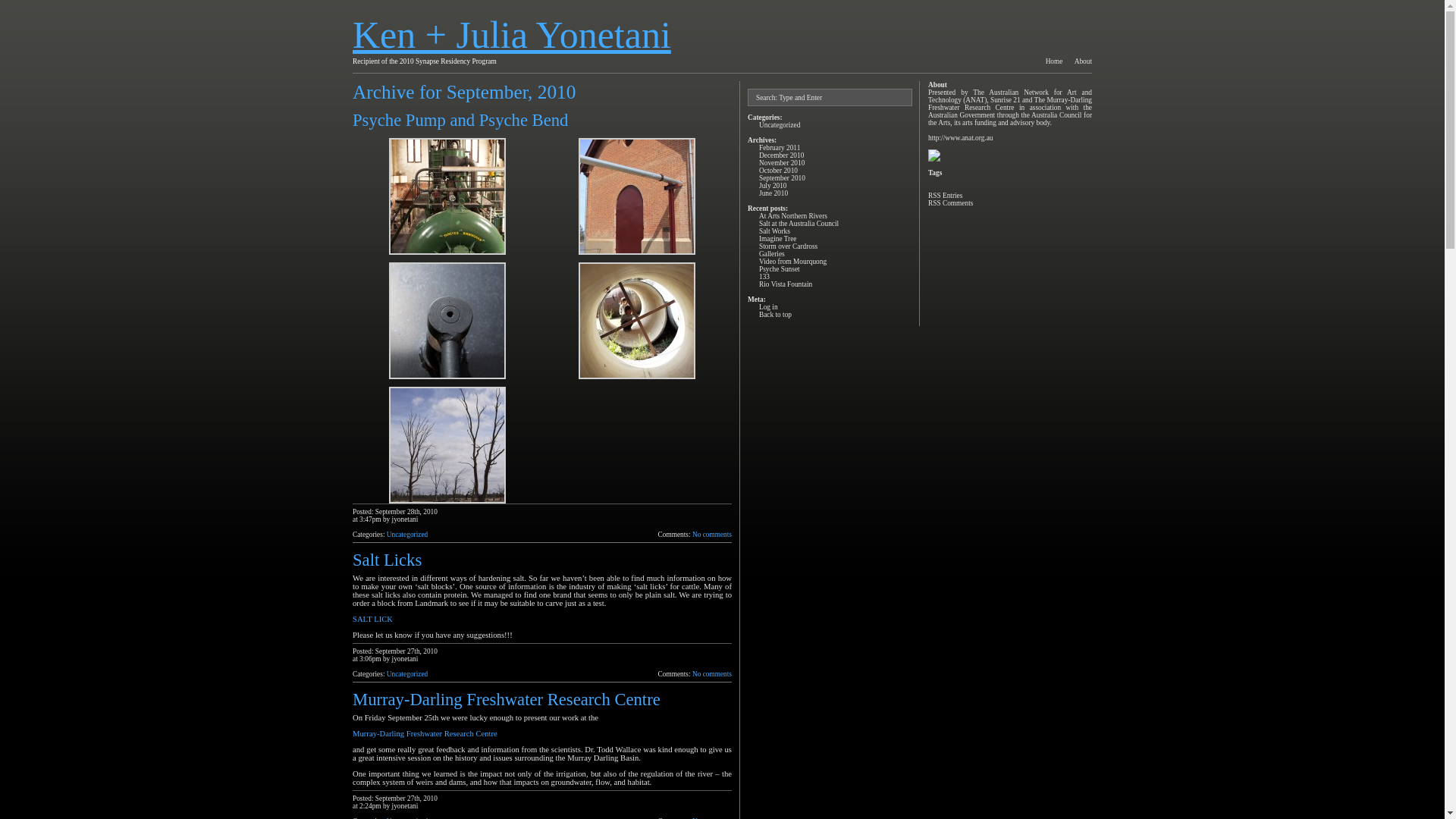 The image size is (1456, 819). What do you see at coordinates (759, 245) in the screenshot?
I see `'Storm over Cardross'` at bounding box center [759, 245].